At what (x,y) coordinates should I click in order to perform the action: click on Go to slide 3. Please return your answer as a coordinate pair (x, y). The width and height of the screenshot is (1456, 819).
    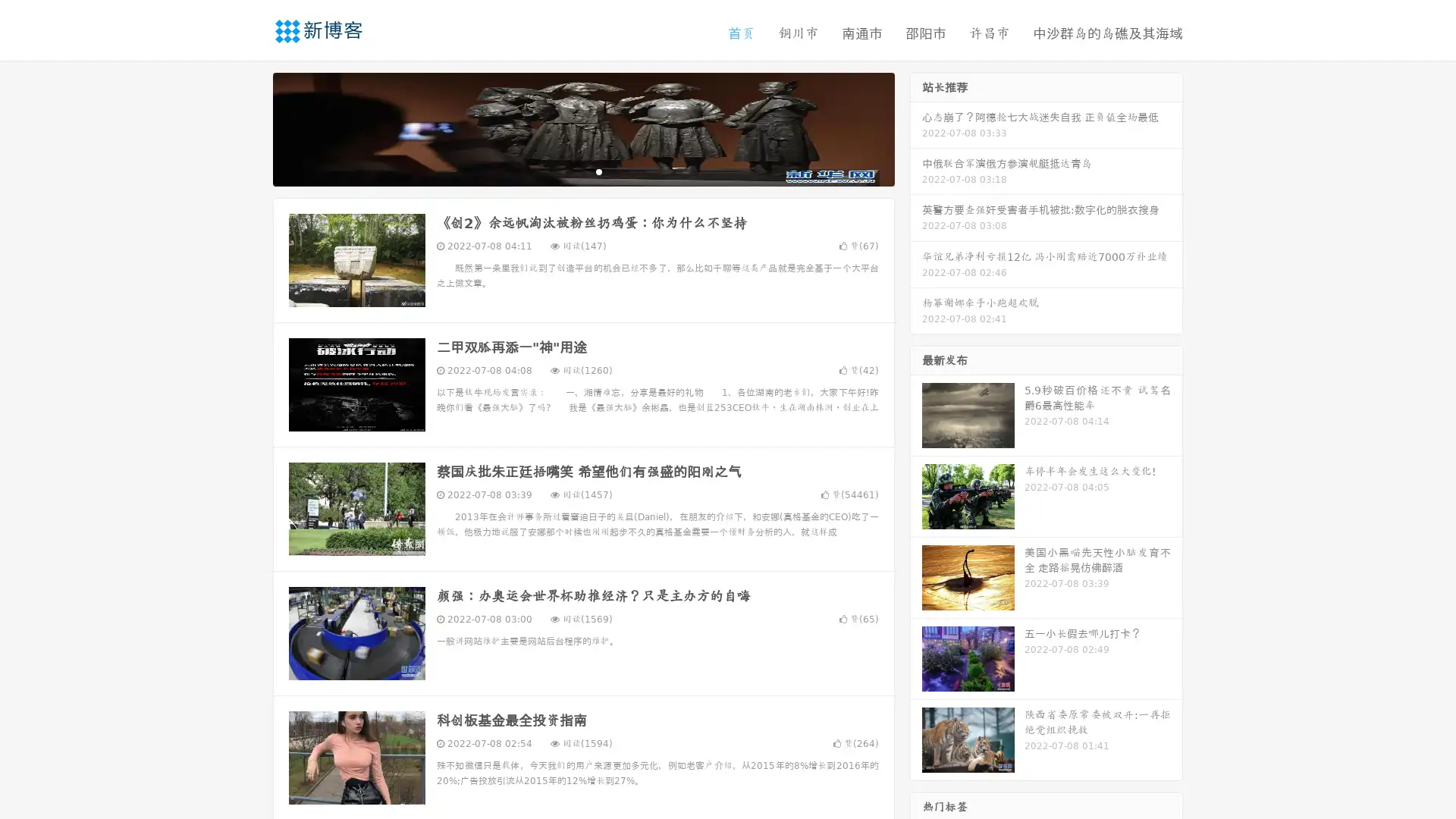
    Looking at the image, I should click on (598, 171).